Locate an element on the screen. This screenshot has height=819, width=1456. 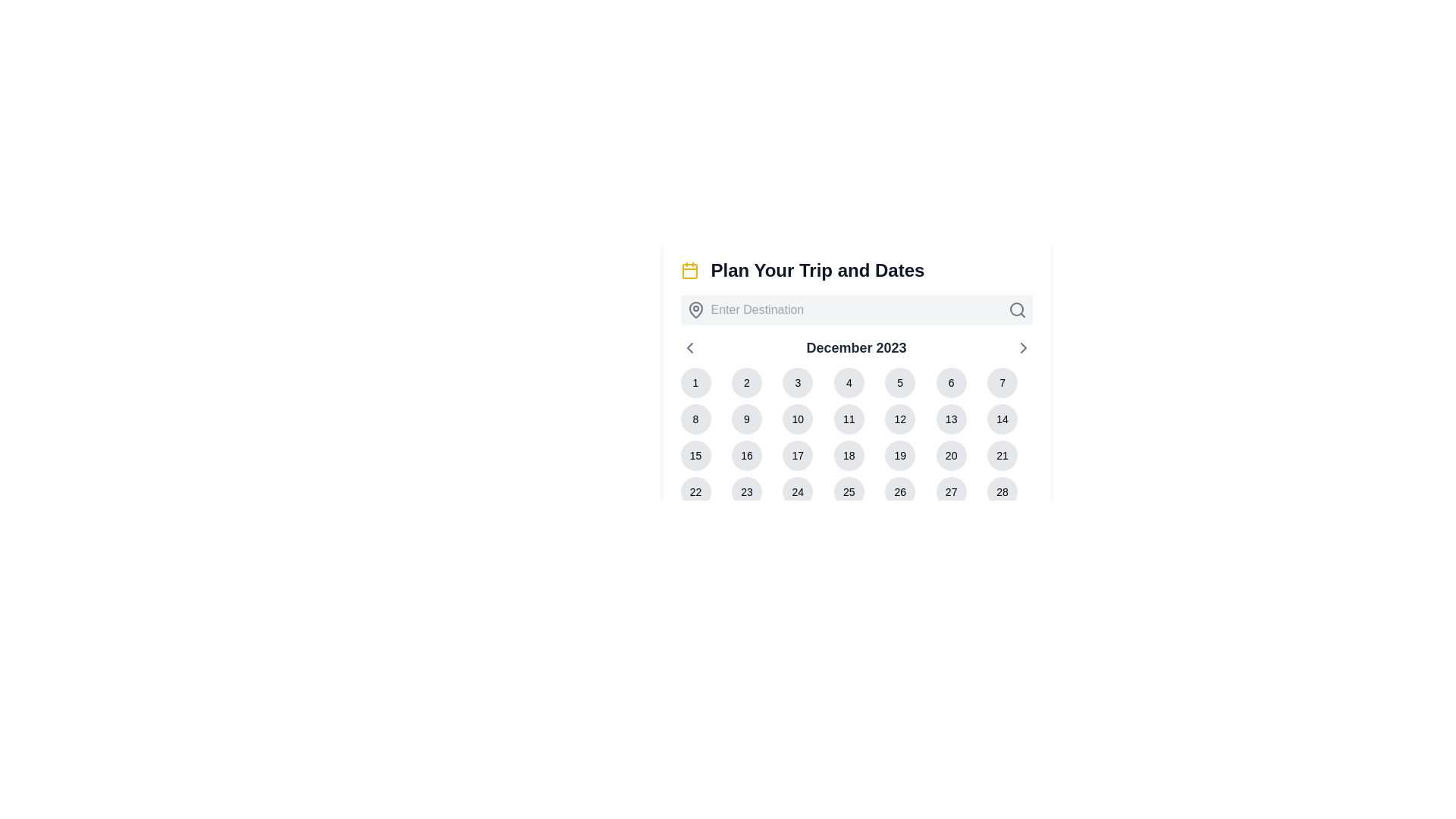
the clickable search icon located to the right of the 'Enter Destination' text input field is located at coordinates (1017, 309).